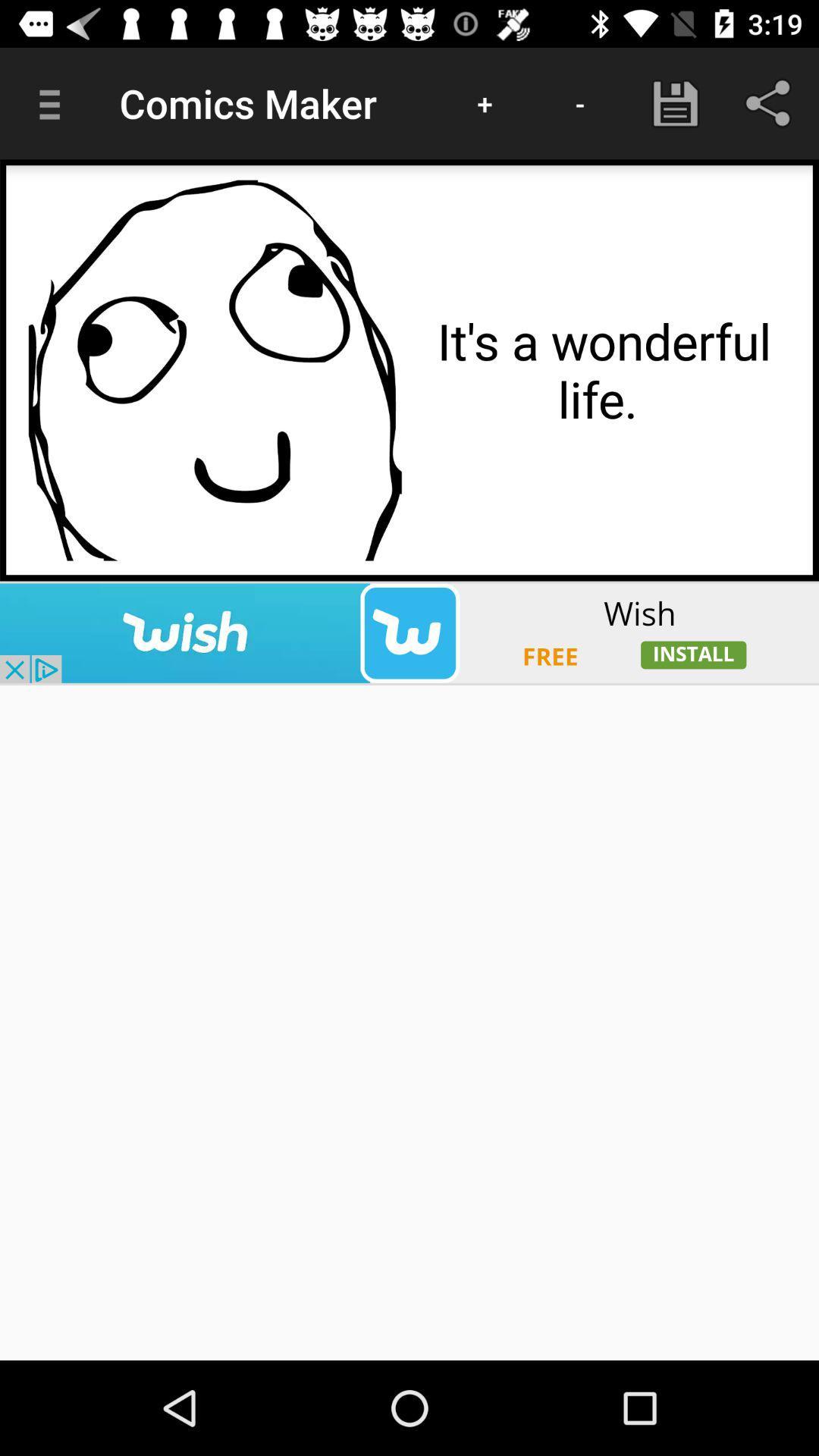  What do you see at coordinates (409, 633) in the screenshot?
I see `visit sponsored advertisement` at bounding box center [409, 633].